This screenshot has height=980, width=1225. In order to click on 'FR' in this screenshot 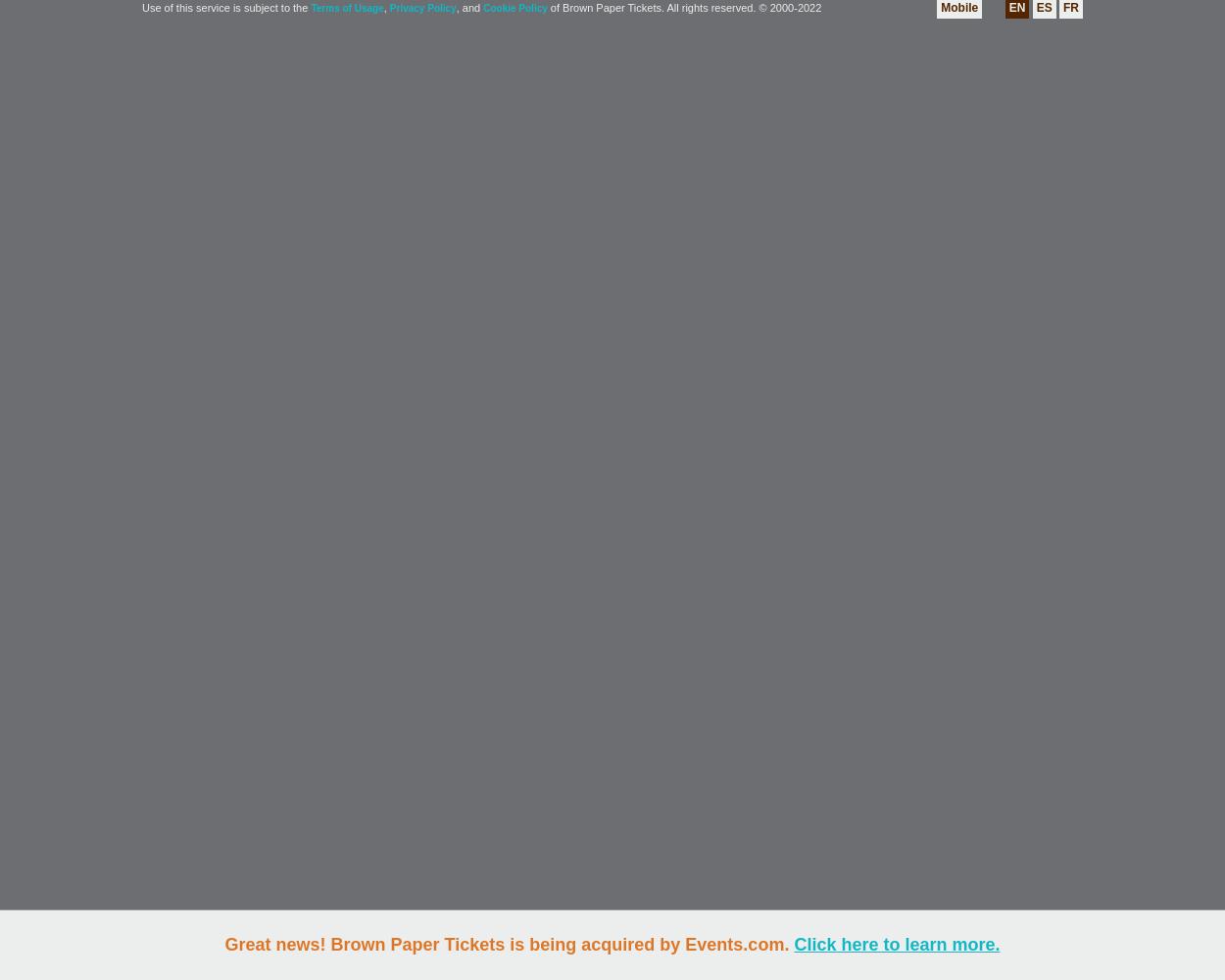, I will do `click(1070, 8)`.